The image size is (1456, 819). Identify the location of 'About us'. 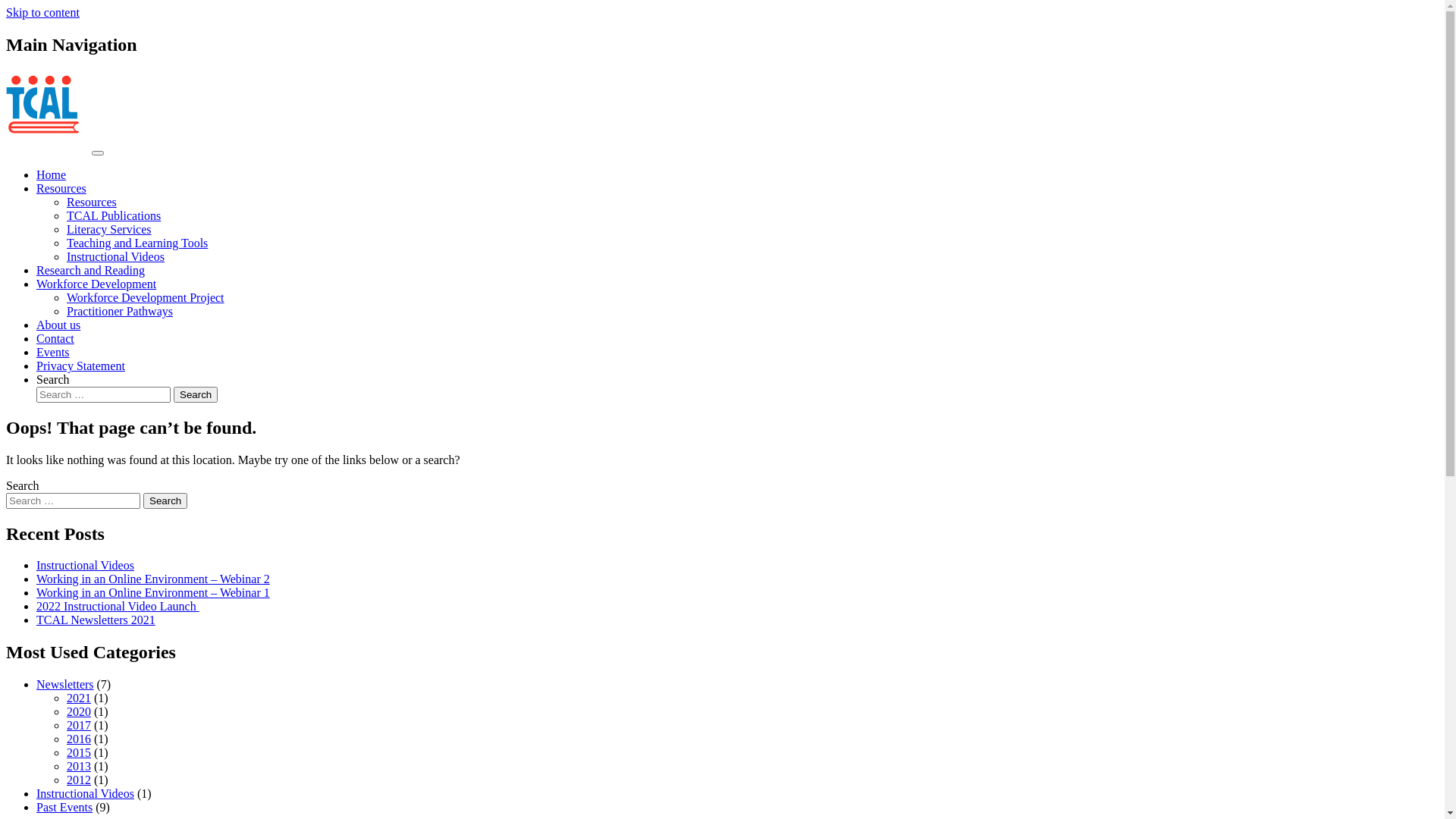
(58, 324).